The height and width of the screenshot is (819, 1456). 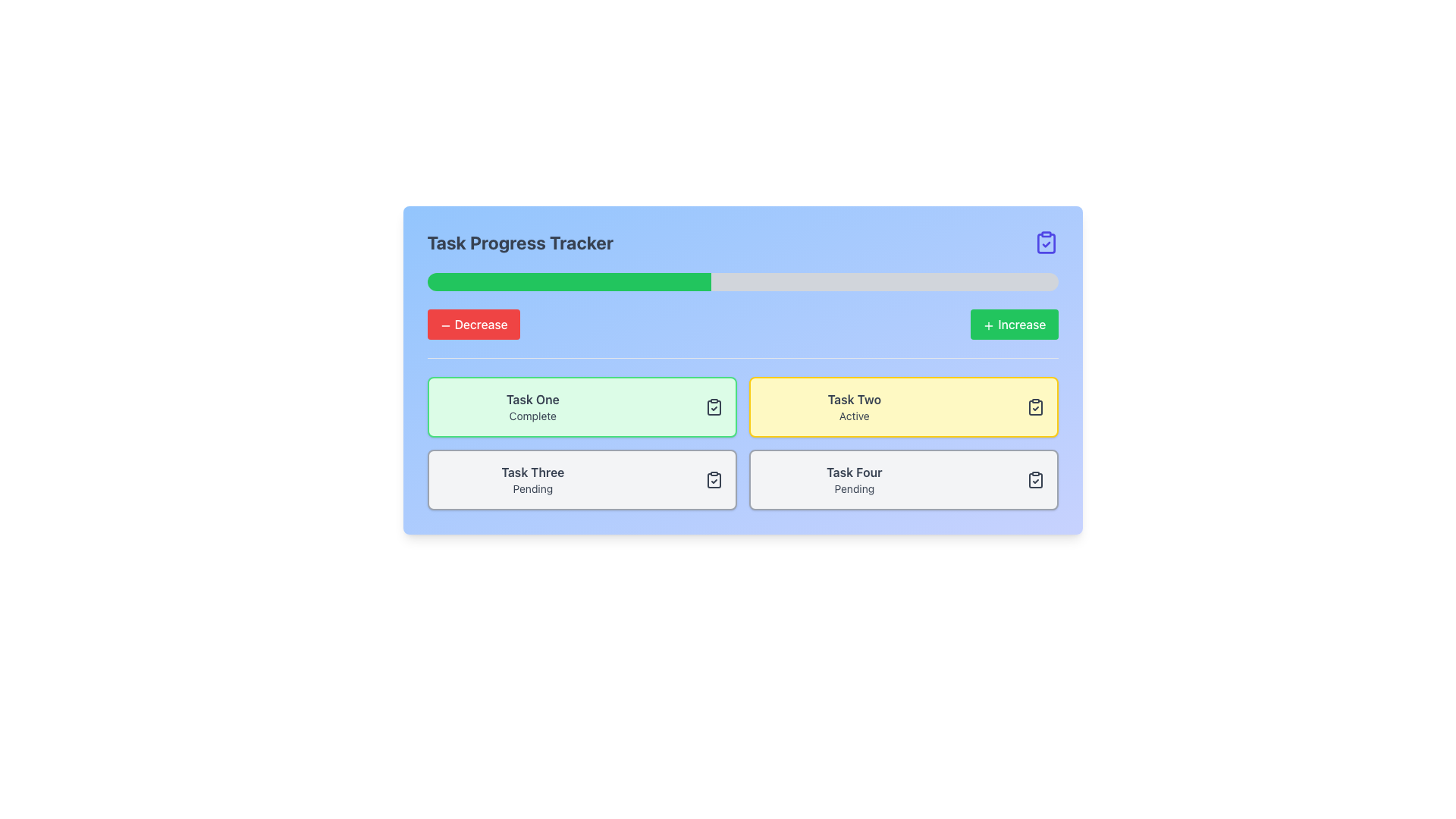 I want to click on the clipboard icon with a checkmark located on the right side of the yellow-highlighted box labeled 'Task Two', so click(x=1034, y=406).